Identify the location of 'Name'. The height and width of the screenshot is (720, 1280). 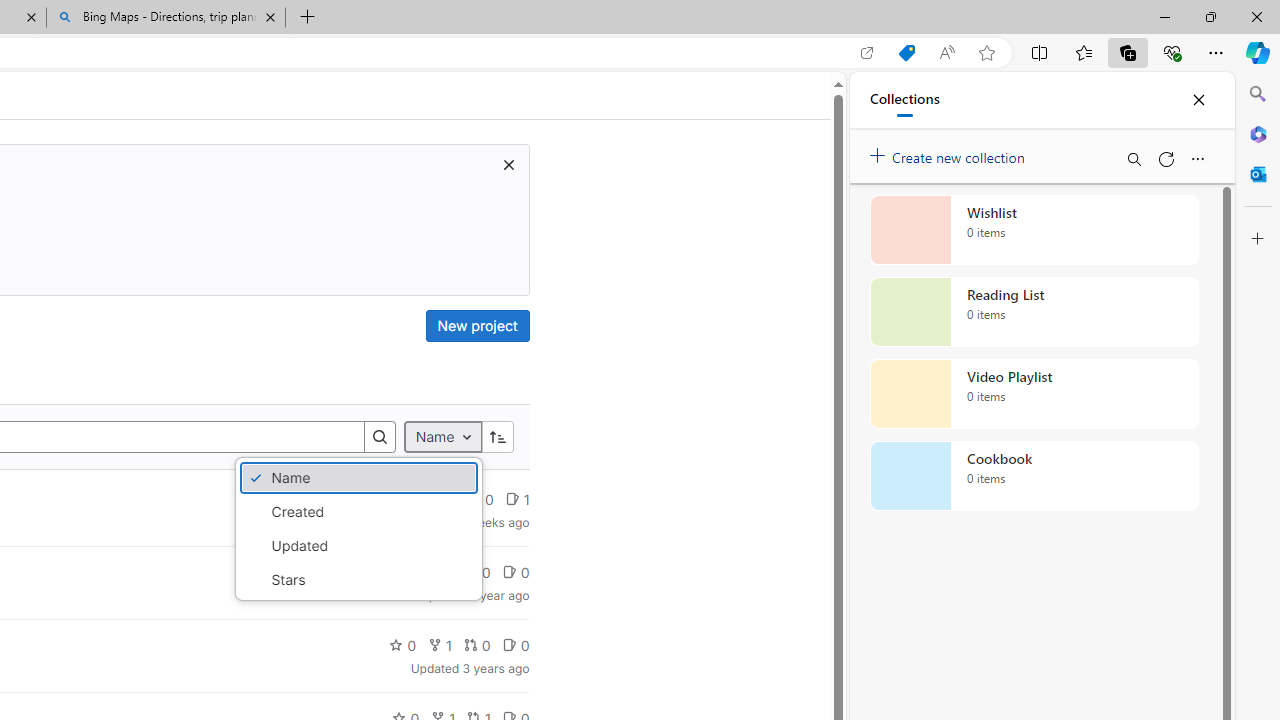
(359, 478).